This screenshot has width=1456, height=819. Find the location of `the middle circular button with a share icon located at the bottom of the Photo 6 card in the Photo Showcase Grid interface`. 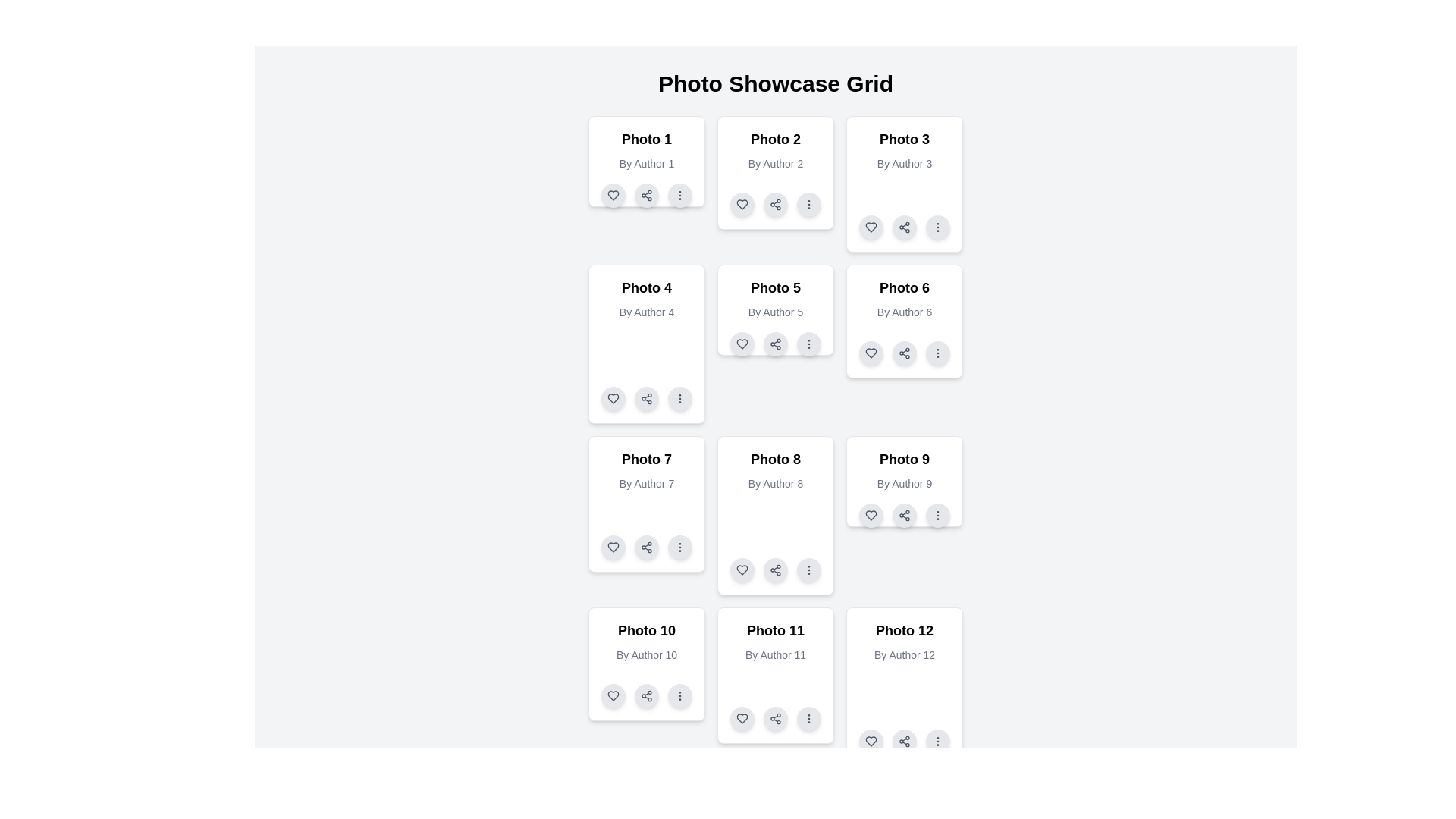

the middle circular button with a share icon located at the bottom of the Photo 6 card in the Photo Showcase Grid interface is located at coordinates (905, 353).